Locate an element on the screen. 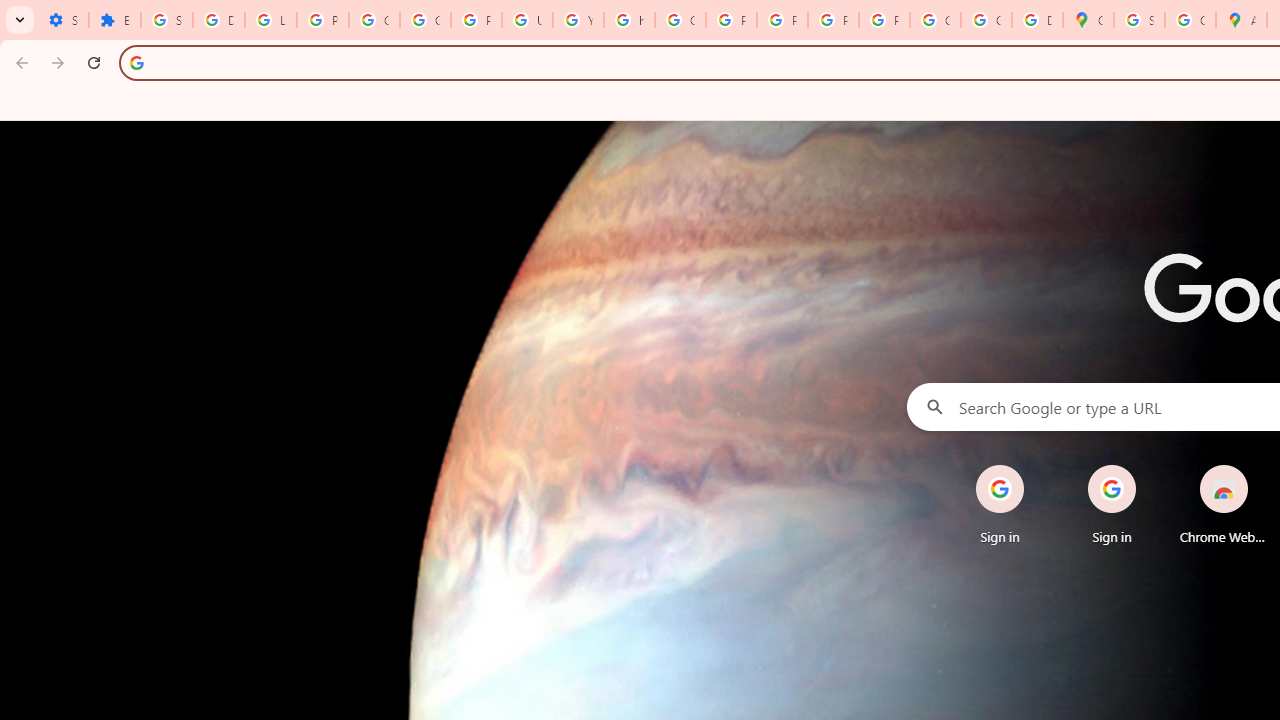  'Google Maps' is located at coordinates (1087, 20).